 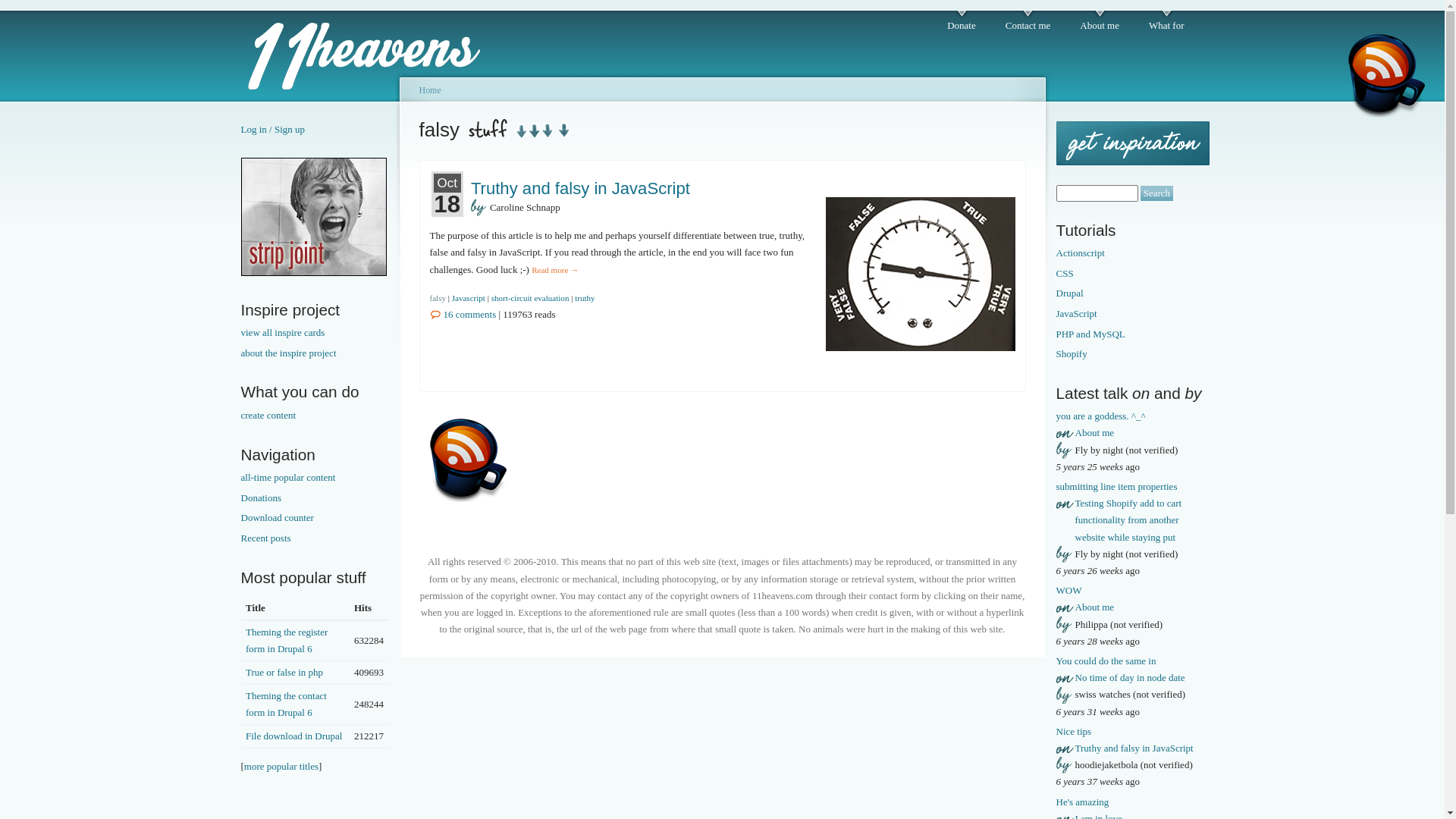 I want to click on 'Nice tips', so click(x=1072, y=730).